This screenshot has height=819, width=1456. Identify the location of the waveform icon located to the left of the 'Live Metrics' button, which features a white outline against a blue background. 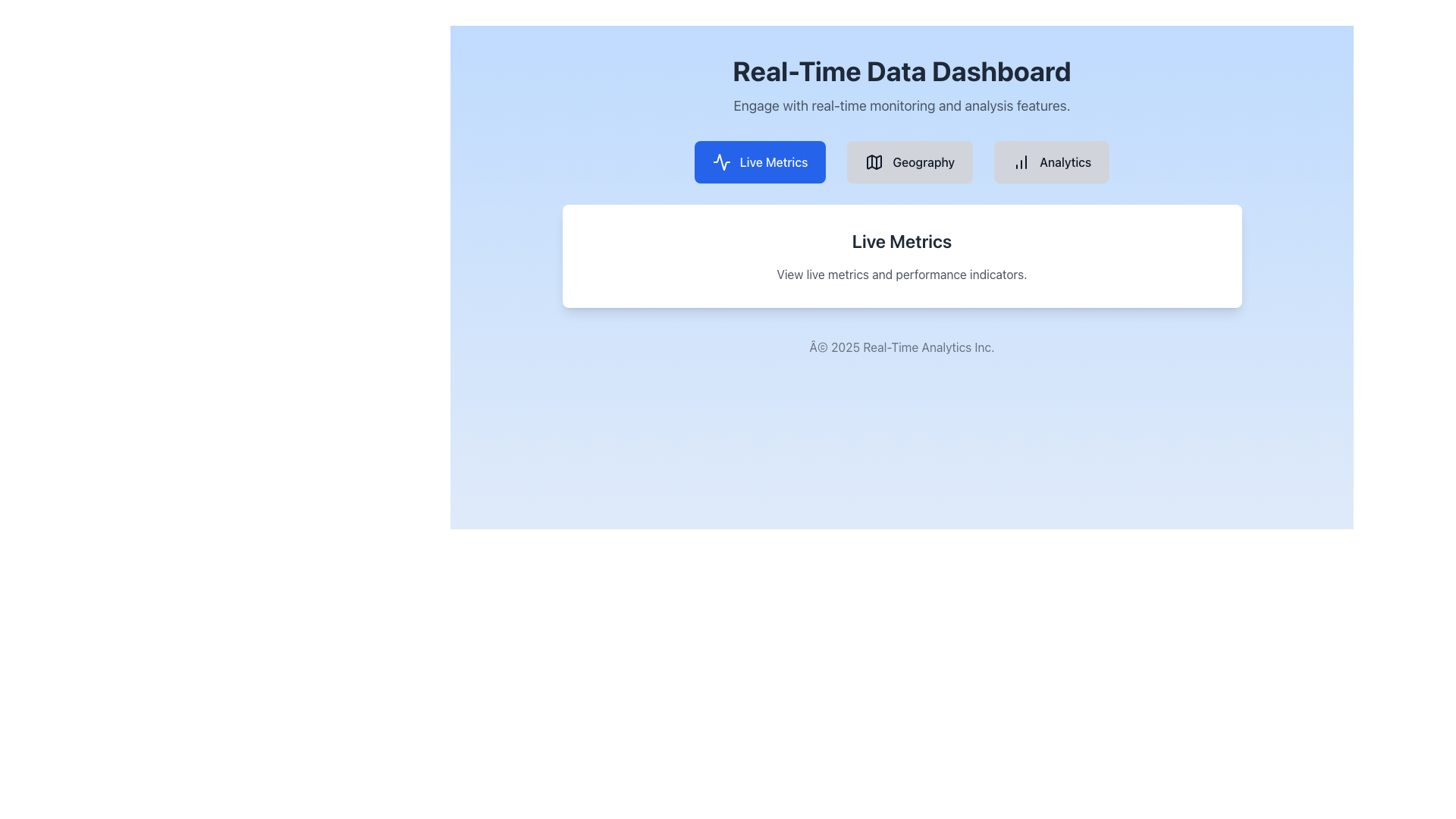
(720, 162).